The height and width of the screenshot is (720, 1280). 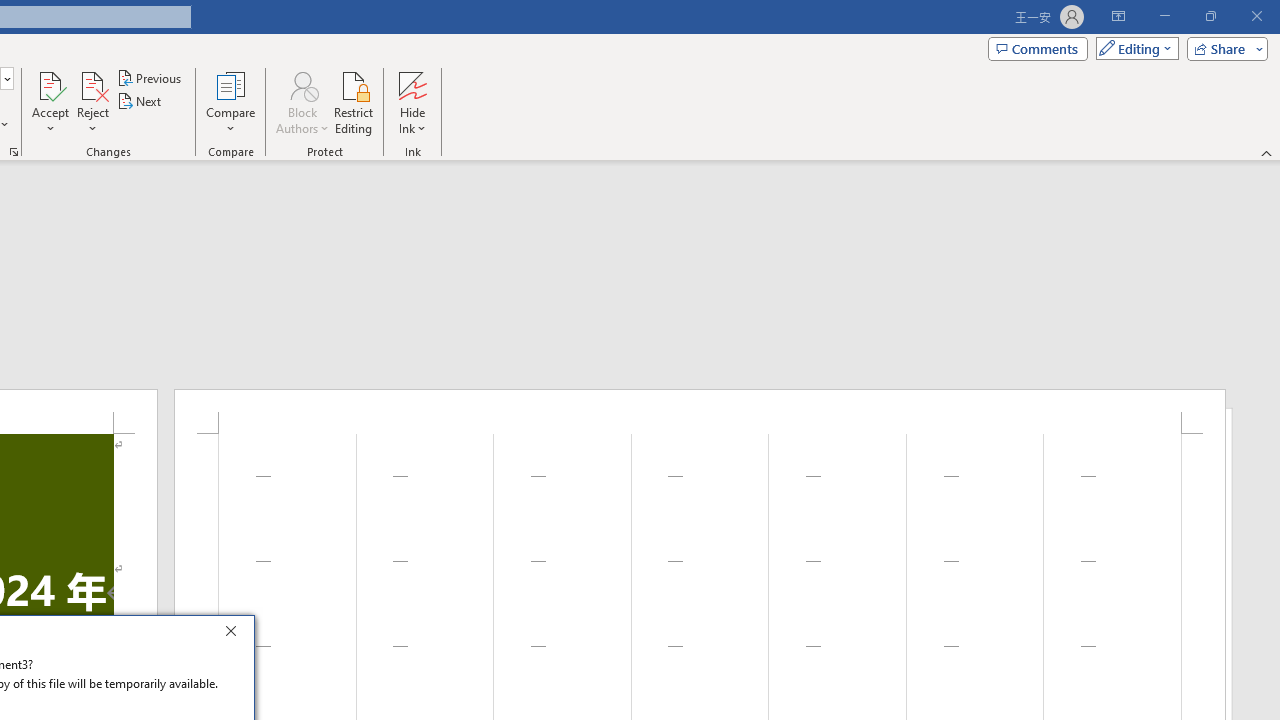 I want to click on 'Open', so click(x=6, y=77).